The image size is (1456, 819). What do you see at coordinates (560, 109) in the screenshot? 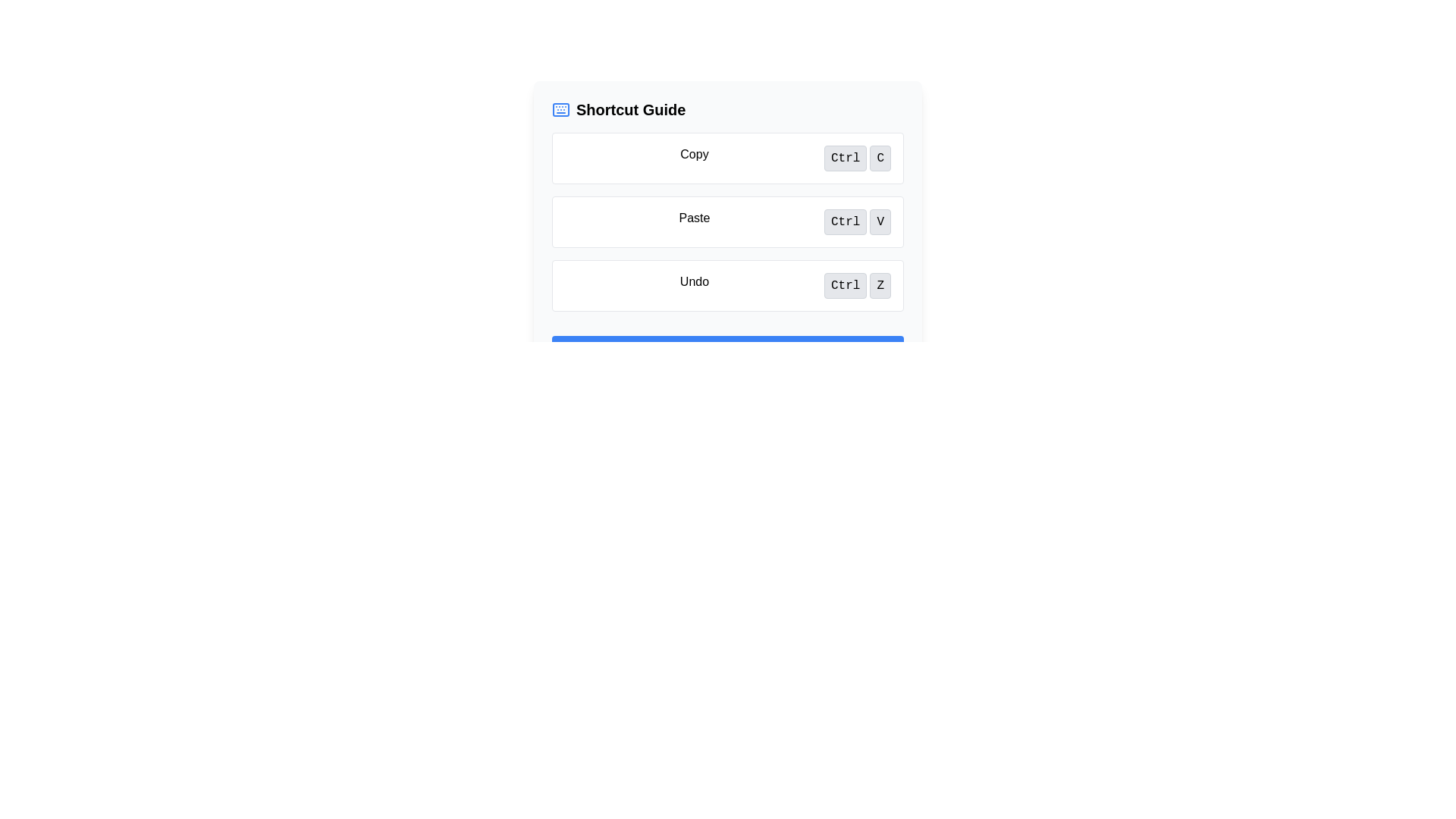
I see `the blue keyboard icon located to the left of the 'Shortcut Guide' header text` at bounding box center [560, 109].